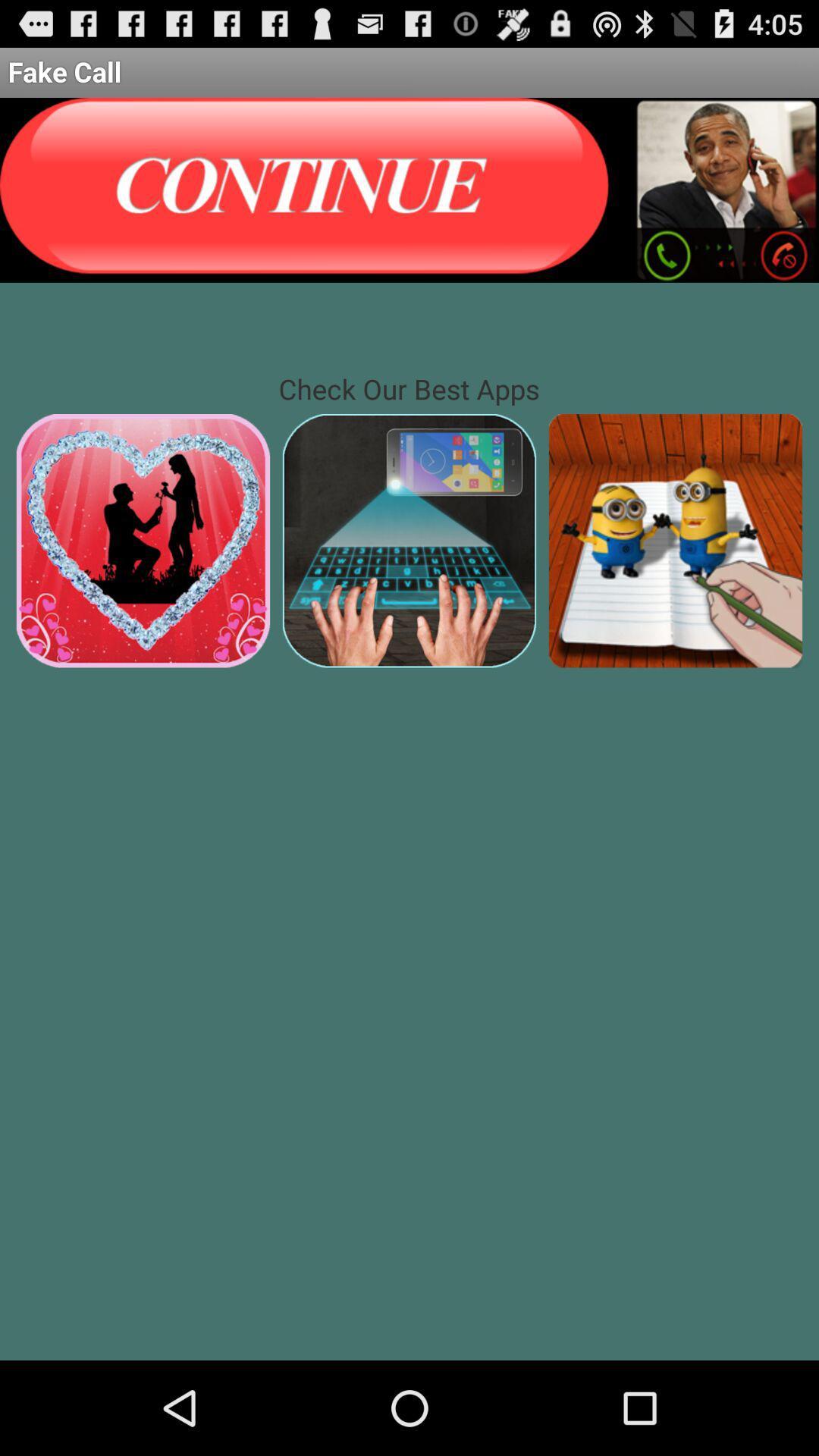  Describe the element at coordinates (409, 541) in the screenshot. I see `keyboard` at that location.